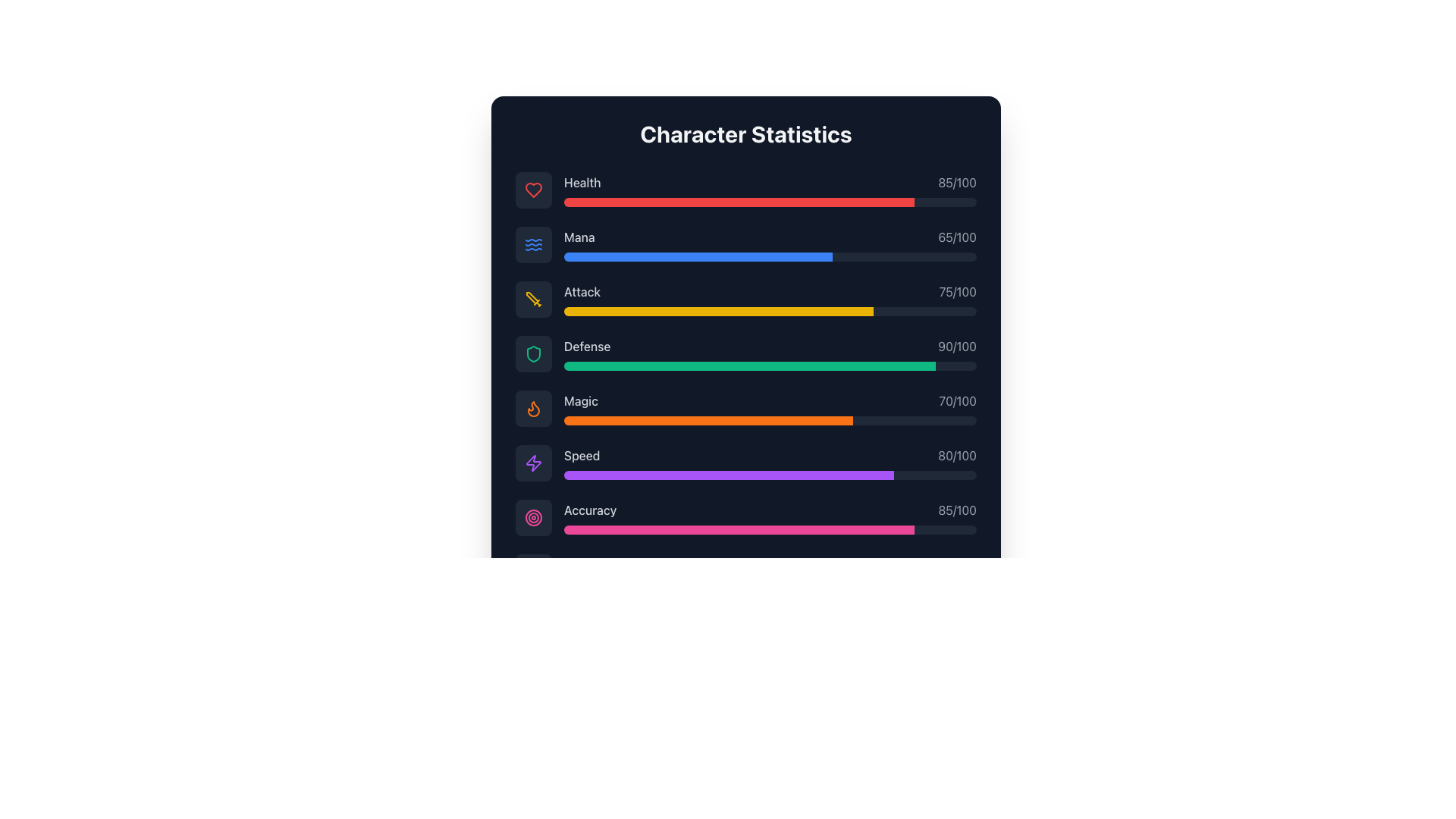 The image size is (1456, 819). What do you see at coordinates (770, 201) in the screenshot?
I see `the horizontal progress bar indicating health, which is styled with a dark gray background and a red filled portion showing 85% progress` at bounding box center [770, 201].